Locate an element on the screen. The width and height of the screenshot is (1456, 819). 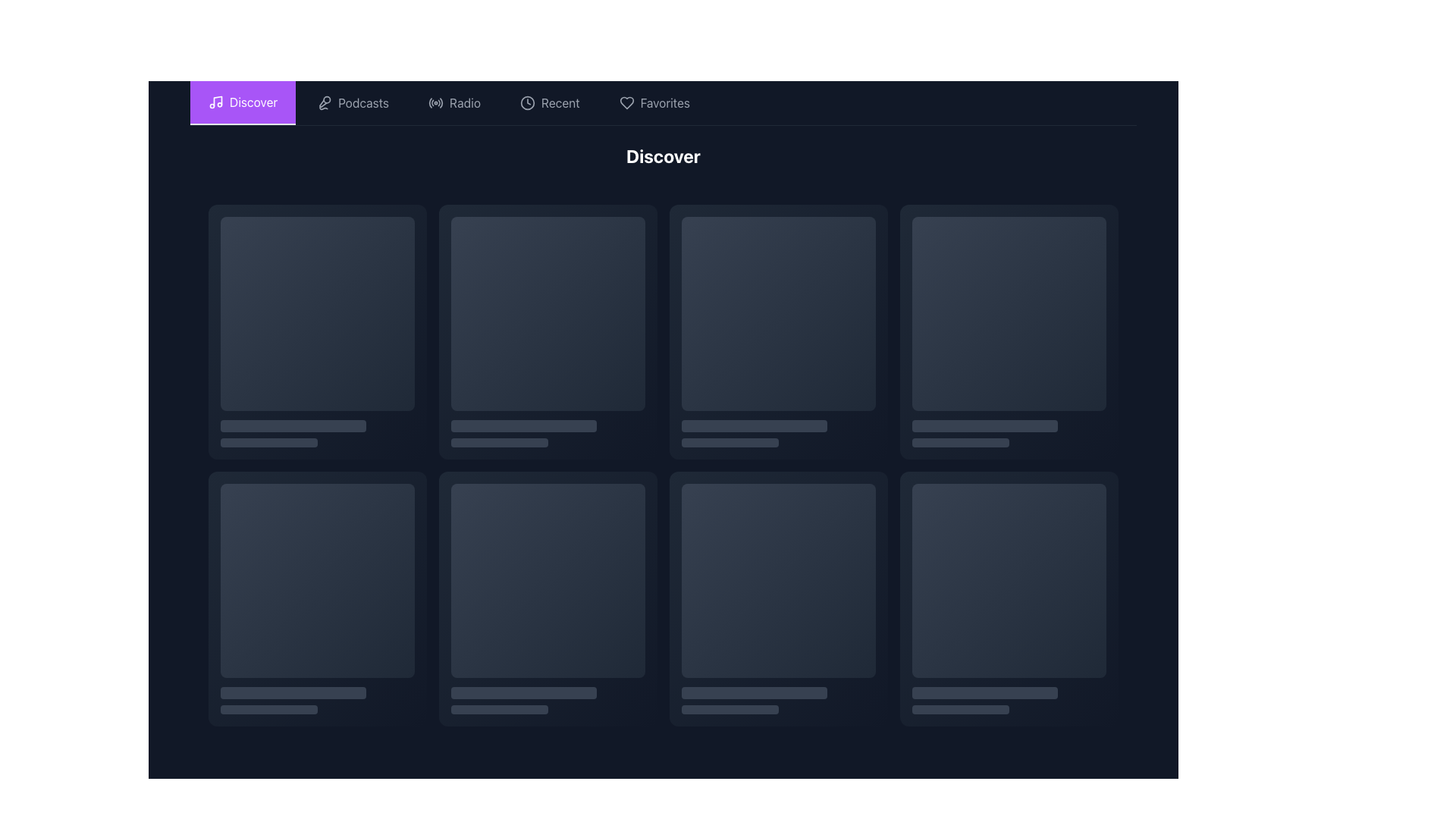
the decorative bar, which is a horizontal rectangle with rounded corners and a dark gray color, located in the bottom area of the second row of a grid layout is located at coordinates (499, 710).